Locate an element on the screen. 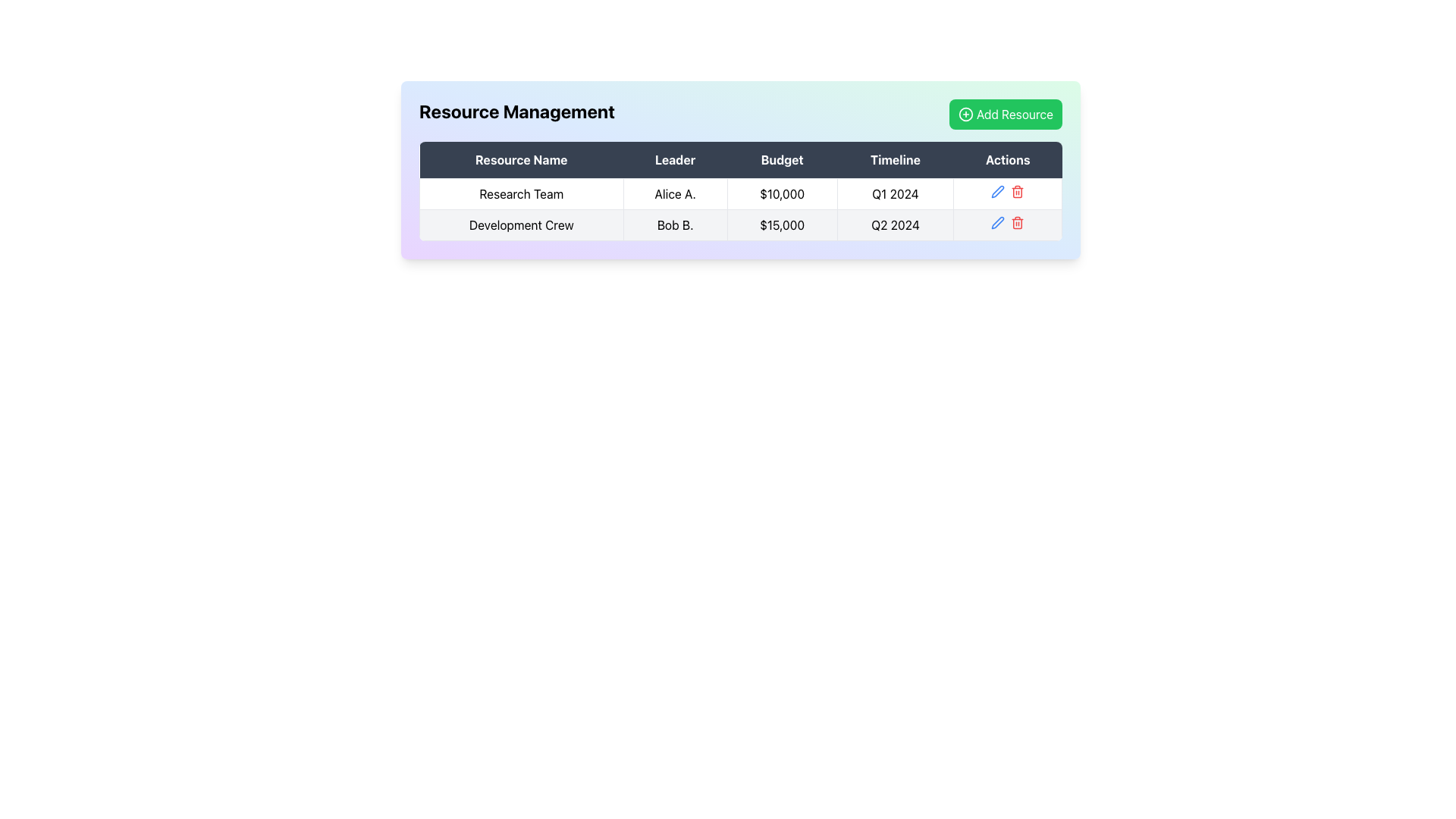  the icon located inside the green button labeled 'Add Resource', positioned towards the left side of the text within the button, in the top-right corner of the table header is located at coordinates (965, 113).